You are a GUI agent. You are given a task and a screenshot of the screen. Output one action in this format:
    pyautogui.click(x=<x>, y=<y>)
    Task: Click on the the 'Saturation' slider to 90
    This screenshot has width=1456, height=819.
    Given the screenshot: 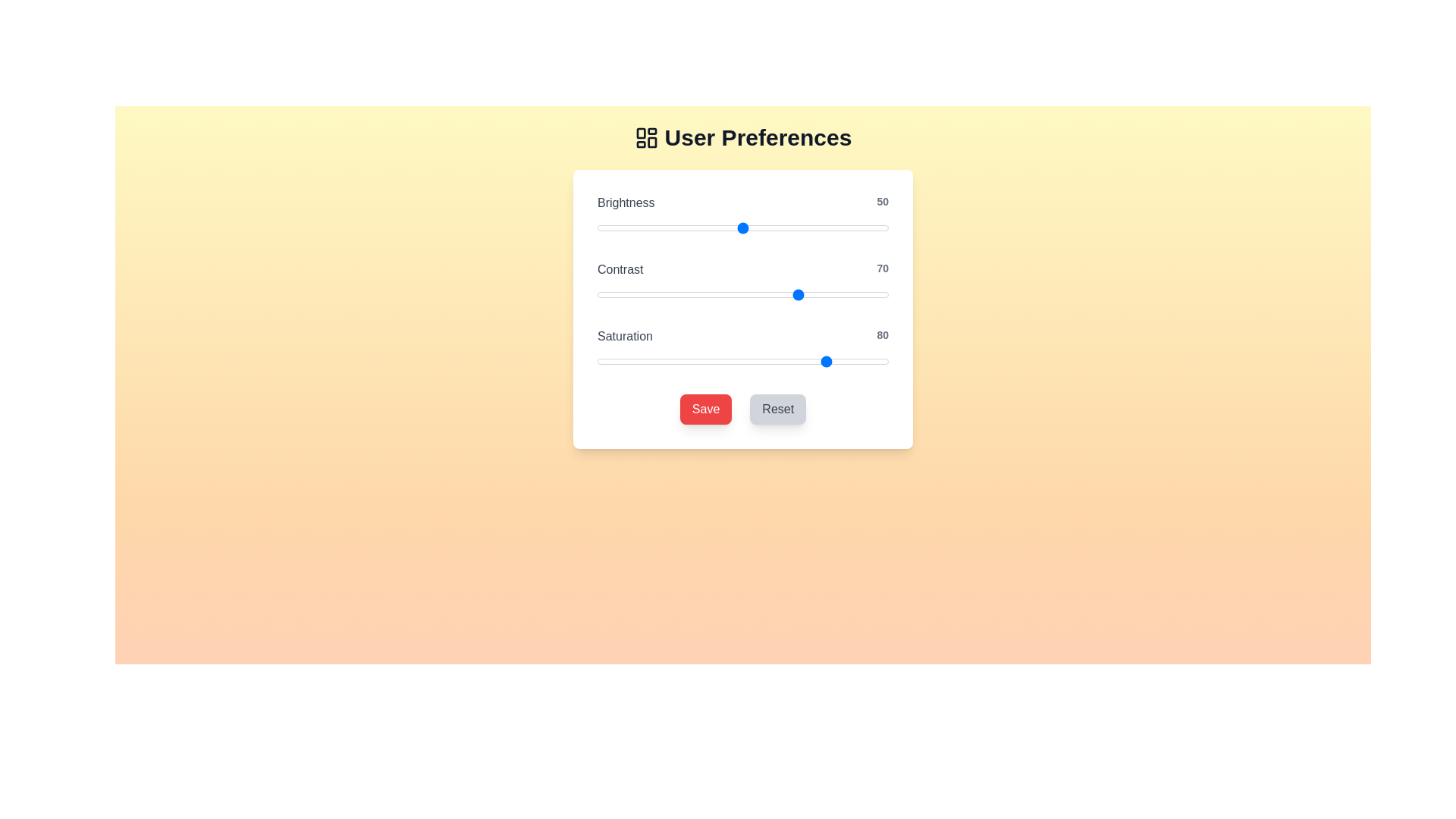 What is the action you would take?
    pyautogui.click(x=859, y=362)
    